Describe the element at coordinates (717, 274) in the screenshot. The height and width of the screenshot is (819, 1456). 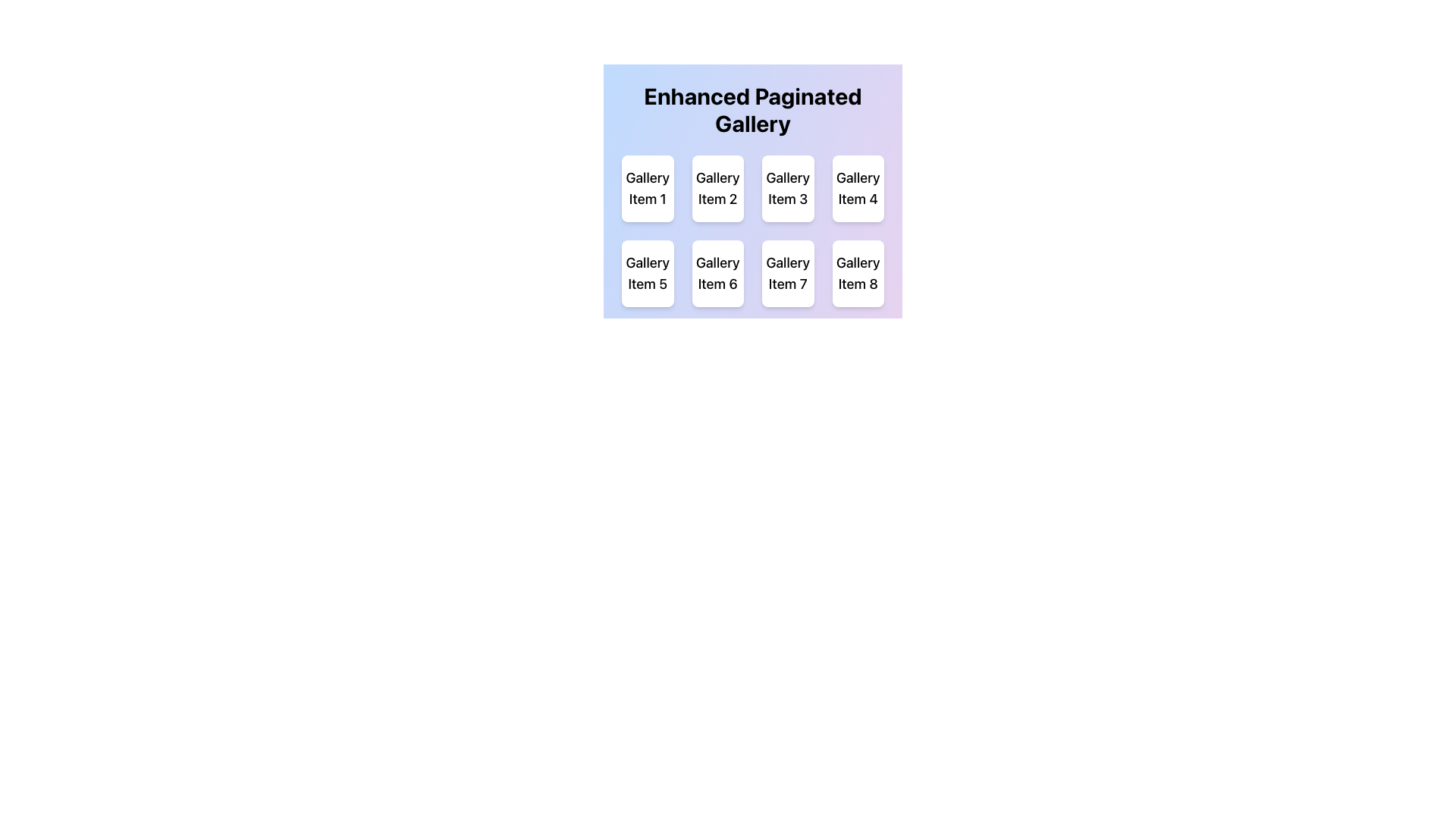
I see `the rectangular card with textual content located in the second row, second column of the 'Enhanced Paginated Gallery'` at that location.